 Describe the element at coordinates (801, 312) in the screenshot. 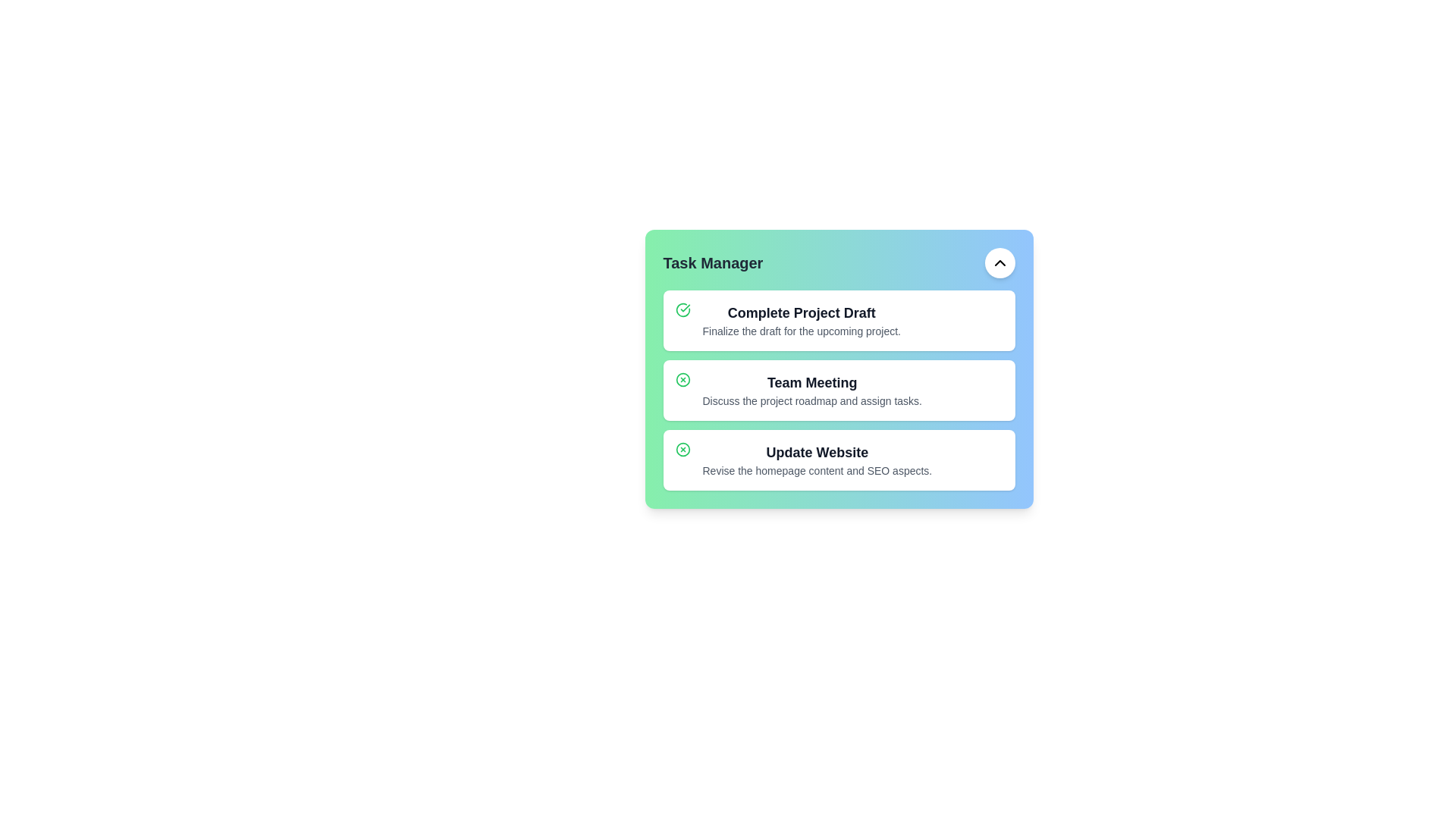

I see `the text of the task titled 'Complete Project Draft'` at that location.